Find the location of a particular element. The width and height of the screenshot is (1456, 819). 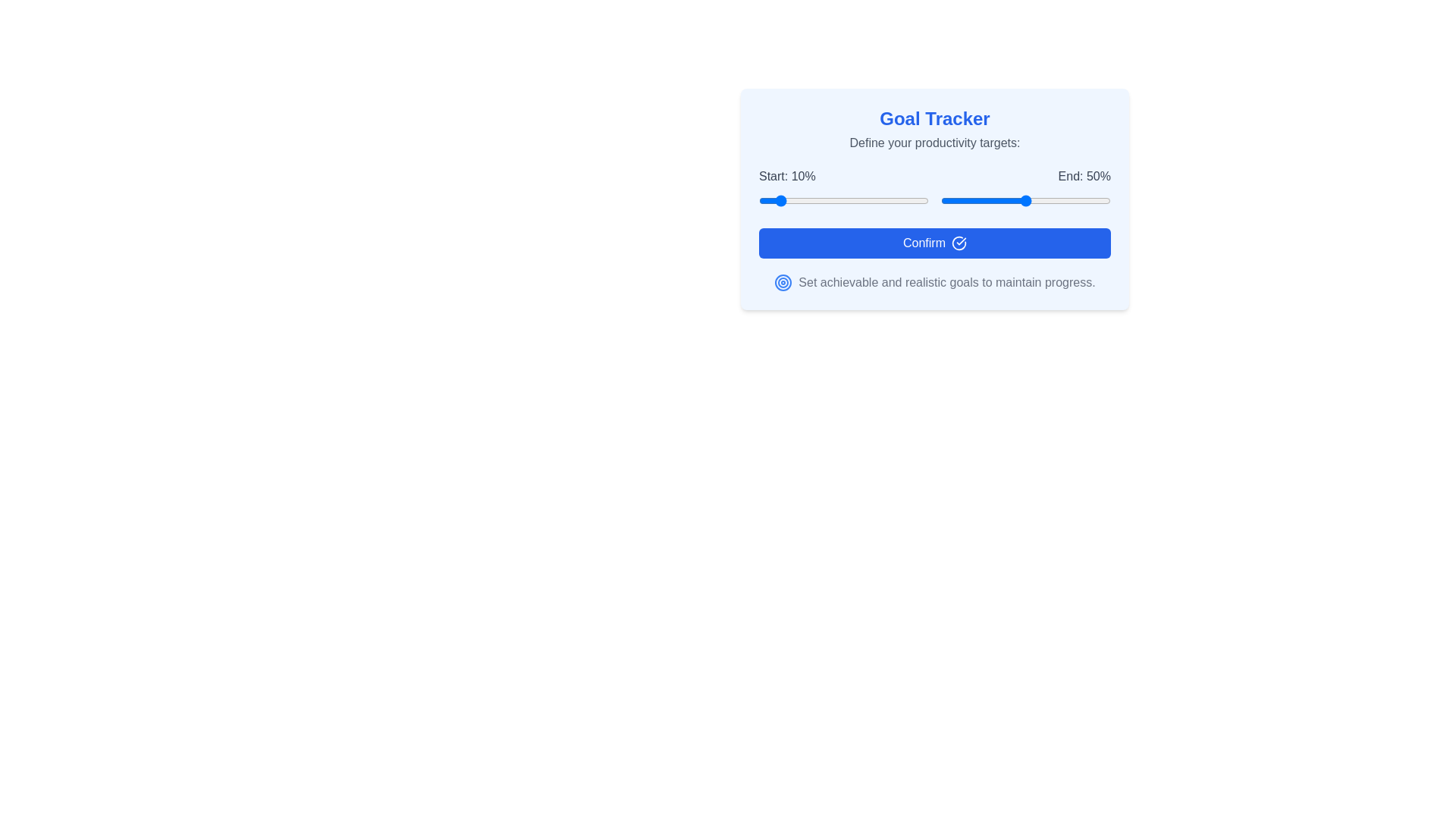

the decorative circle within the SVG target icon located at the bottom left of the 'Goal Tracker' informational block for specific stylings or highlights is located at coordinates (783, 283).